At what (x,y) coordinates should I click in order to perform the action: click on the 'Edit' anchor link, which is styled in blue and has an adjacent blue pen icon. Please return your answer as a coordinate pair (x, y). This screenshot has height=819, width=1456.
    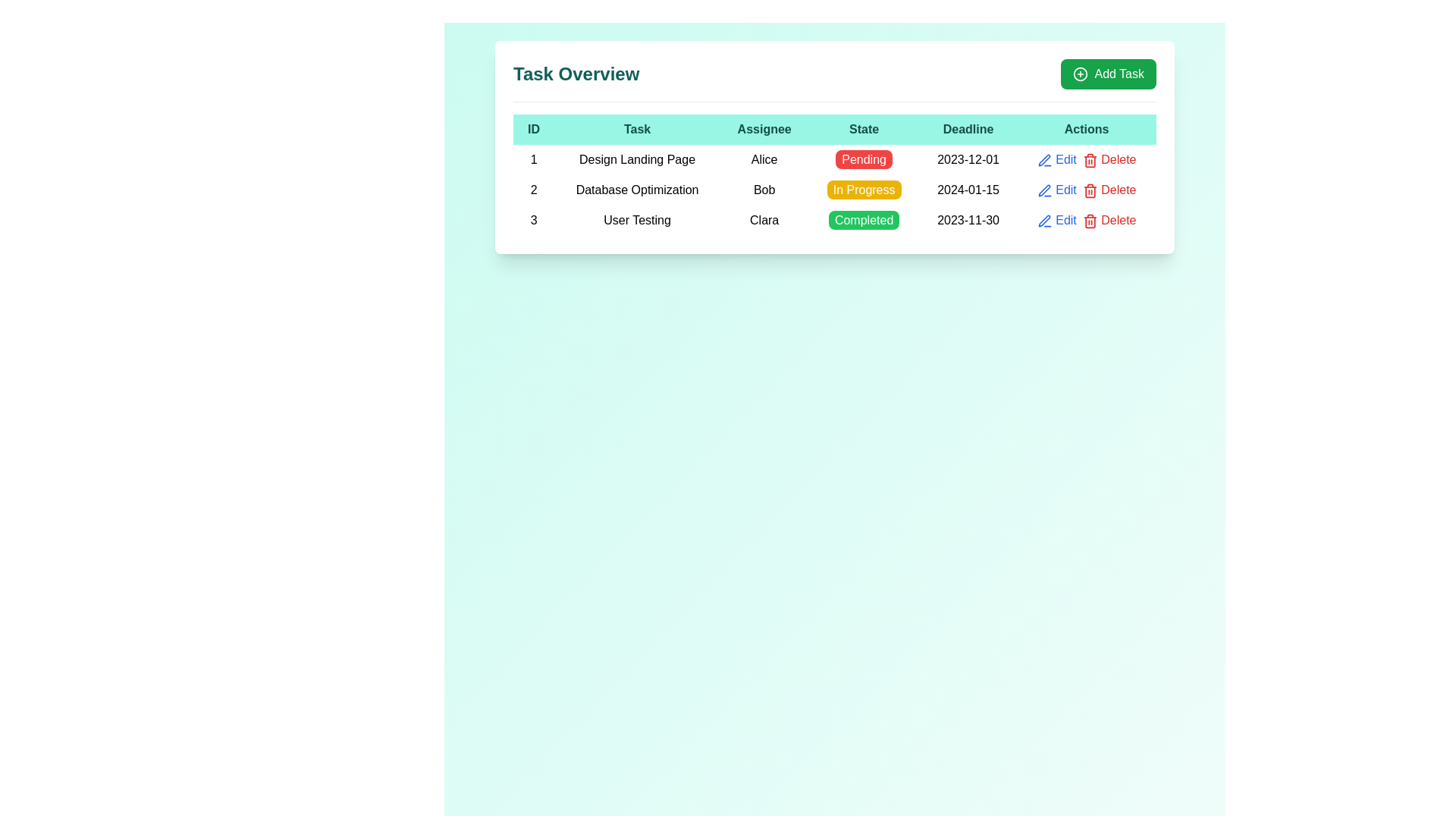
    Looking at the image, I should click on (1056, 189).